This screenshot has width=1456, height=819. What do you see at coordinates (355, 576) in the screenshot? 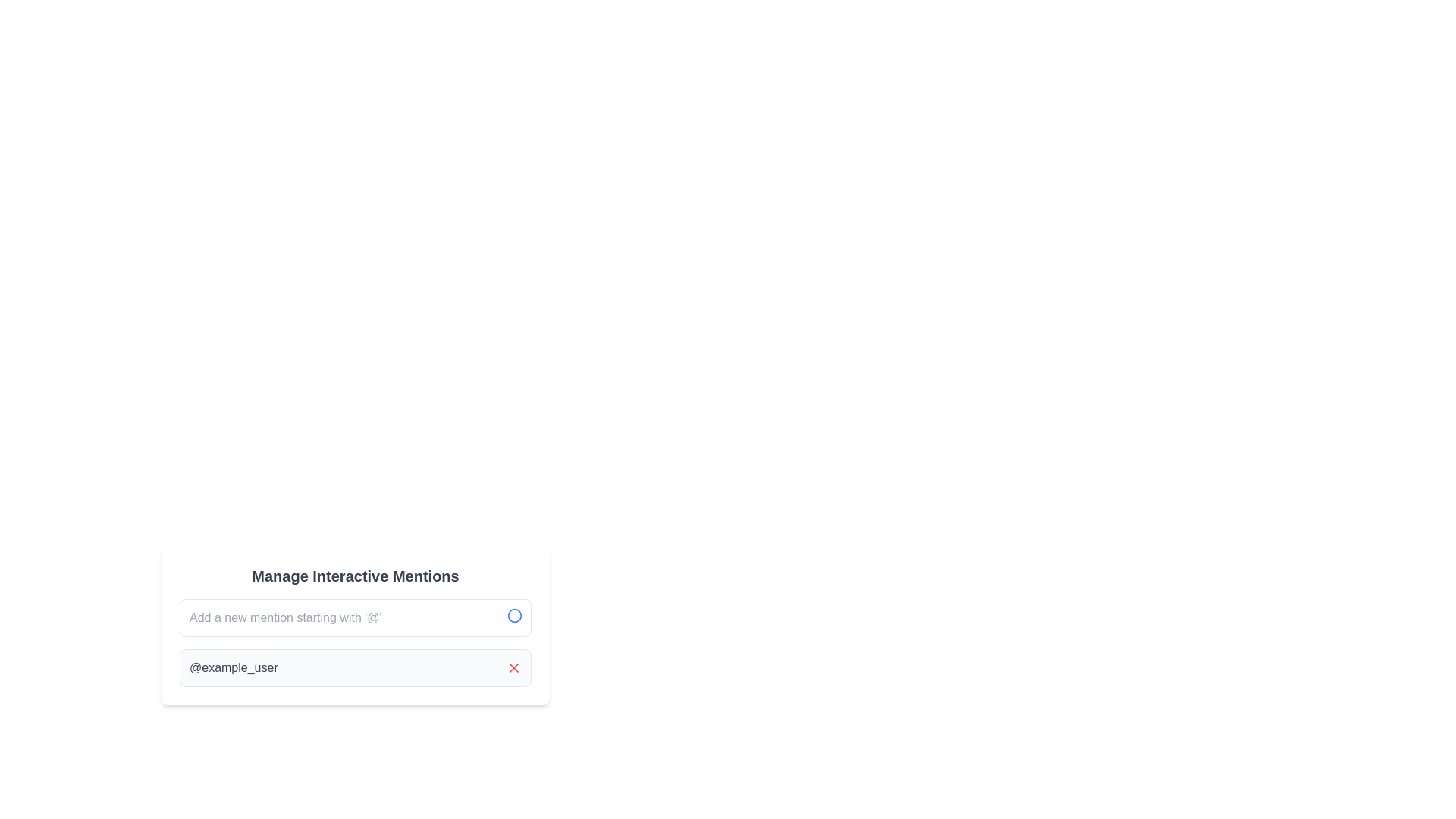
I see `the header text label located at the top of the white panel to use it as a reference point for locating other components` at bounding box center [355, 576].